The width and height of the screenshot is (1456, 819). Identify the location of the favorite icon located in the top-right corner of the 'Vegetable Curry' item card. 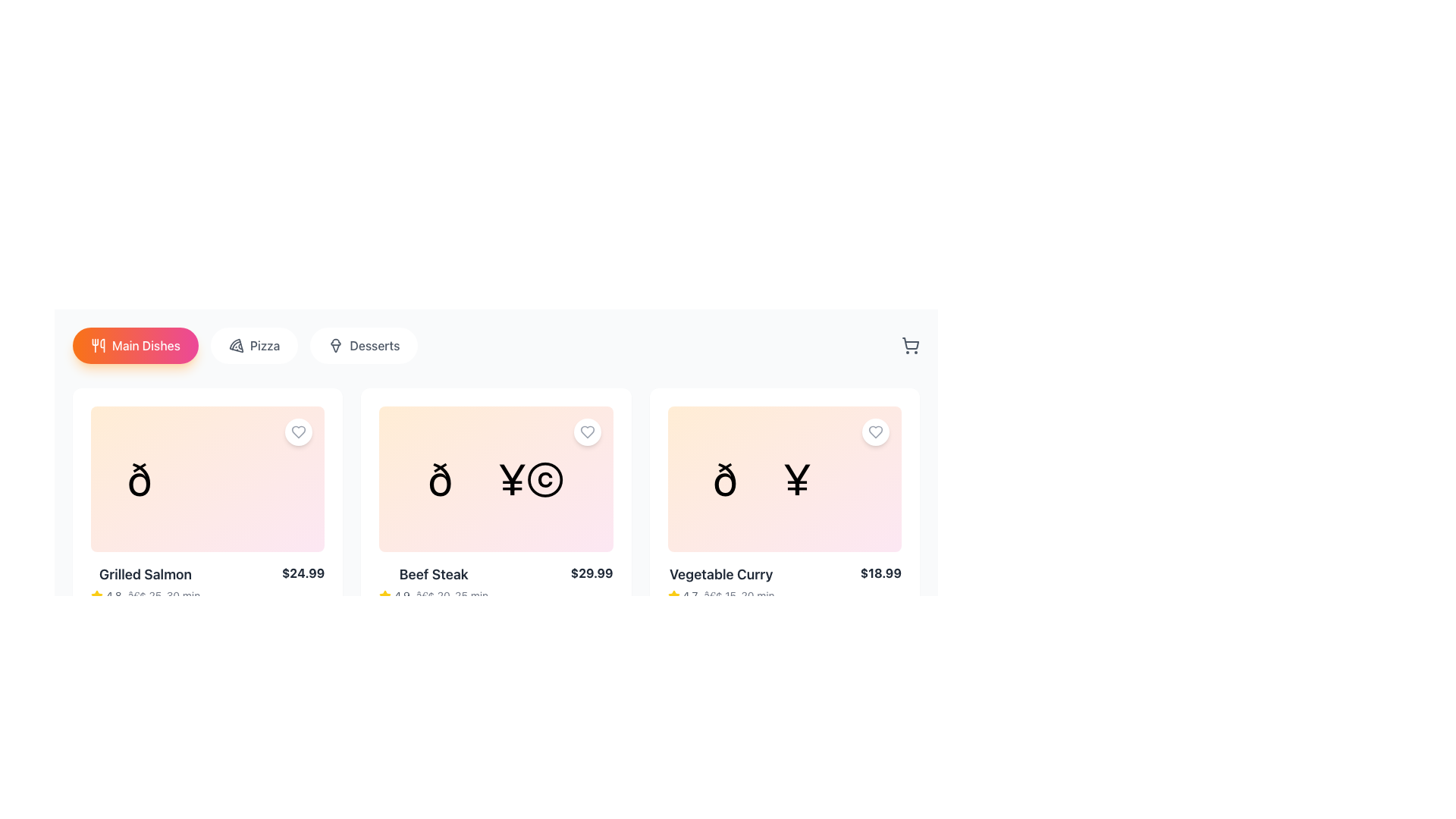
(876, 432).